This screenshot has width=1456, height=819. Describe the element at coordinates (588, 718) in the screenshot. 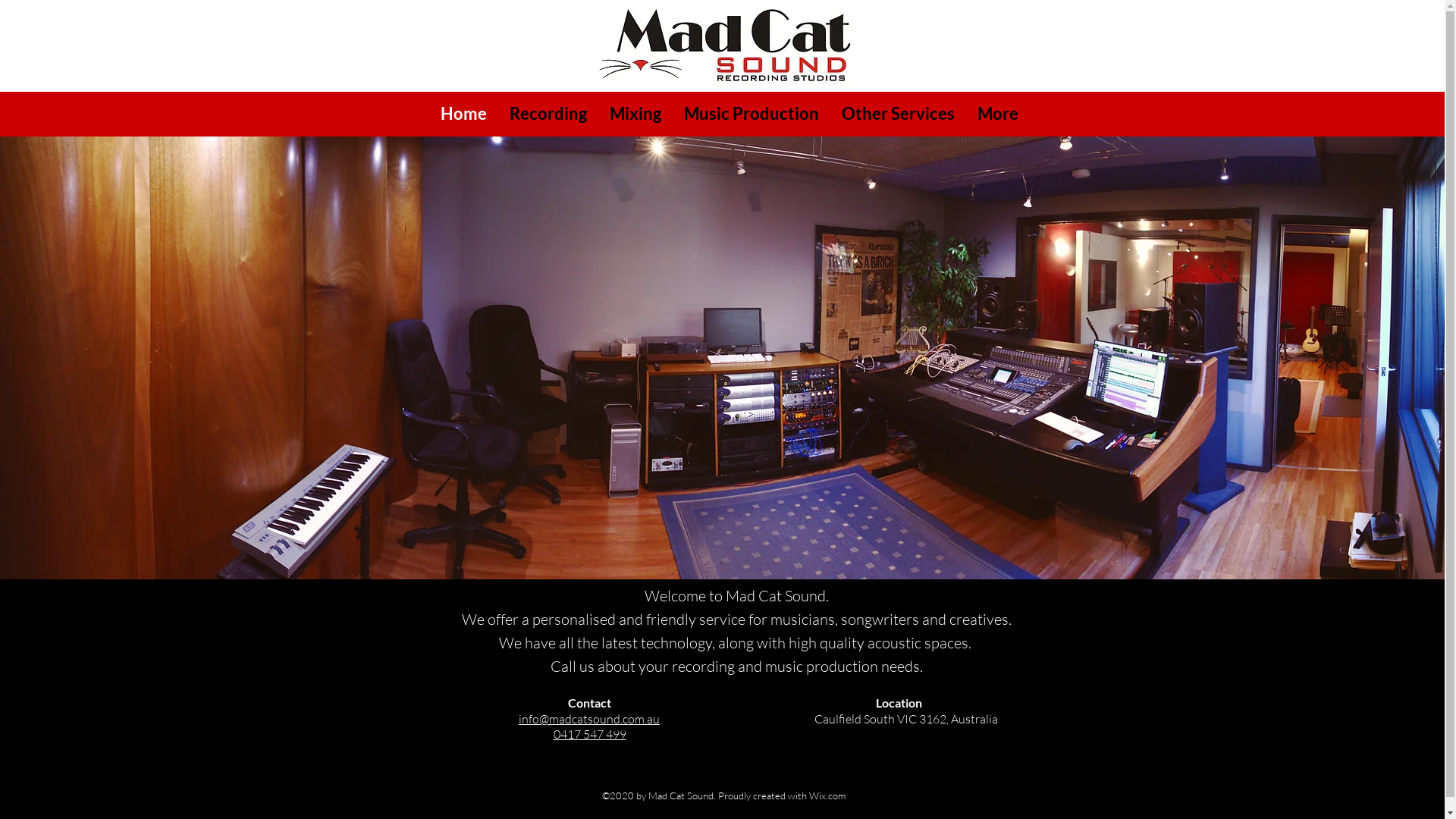

I see `'info@madcatsound.com.au'` at that location.